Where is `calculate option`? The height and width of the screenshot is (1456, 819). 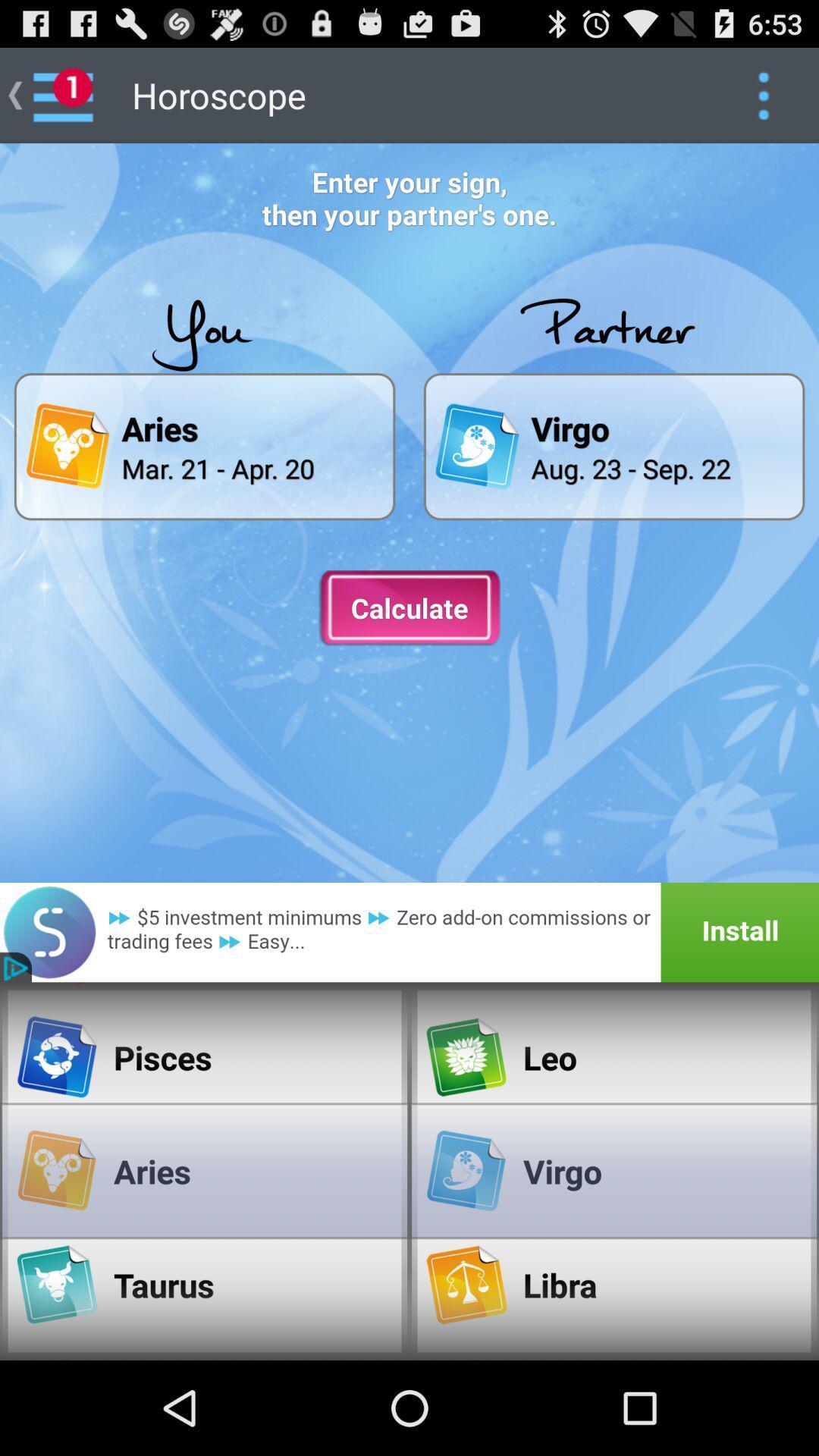
calculate option is located at coordinates (409, 608).